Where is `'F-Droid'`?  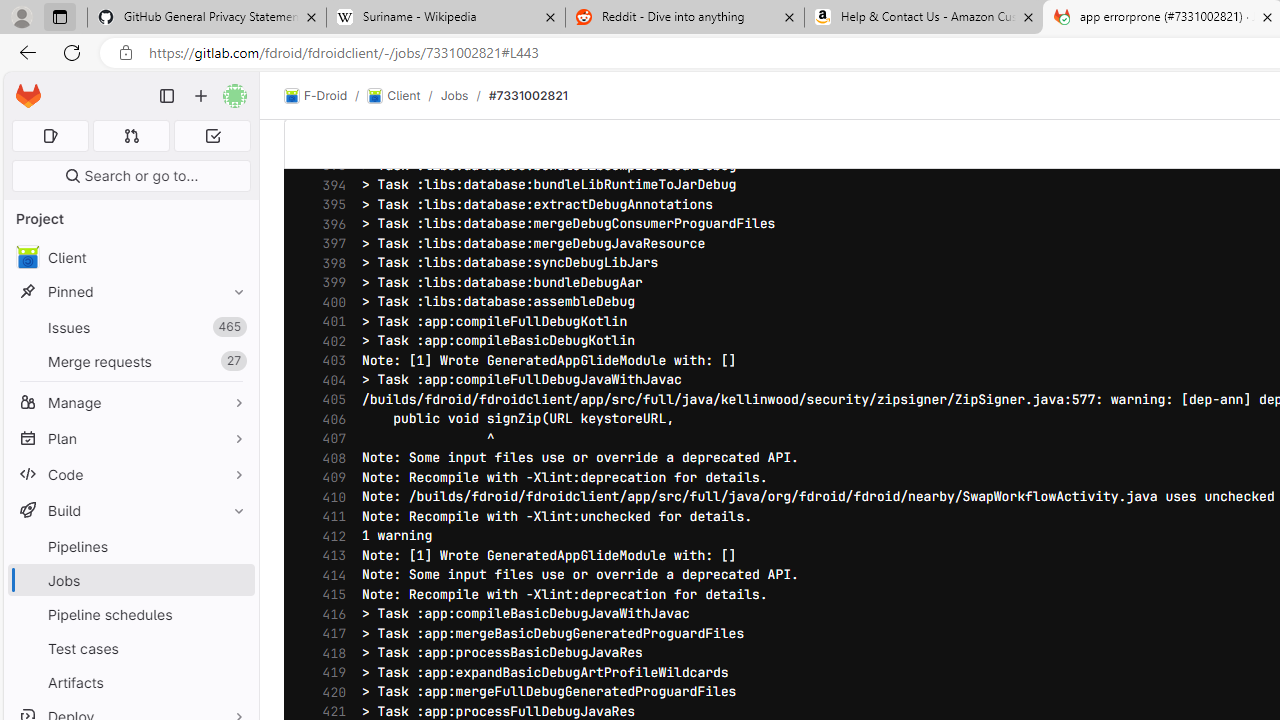
'F-Droid' is located at coordinates (315, 96).